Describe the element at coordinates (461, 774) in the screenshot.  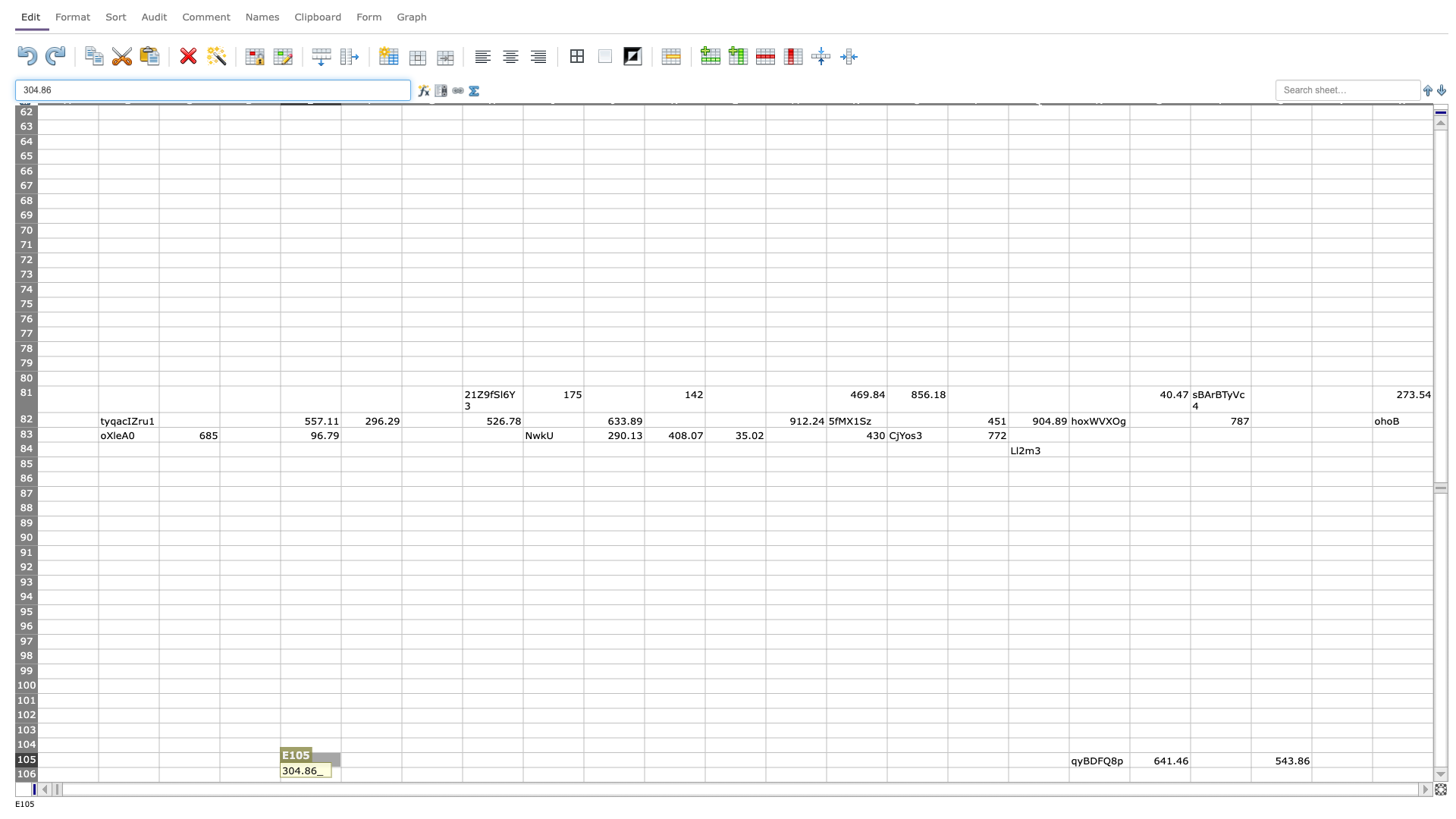
I see `Place cursor on right border of G106` at that location.